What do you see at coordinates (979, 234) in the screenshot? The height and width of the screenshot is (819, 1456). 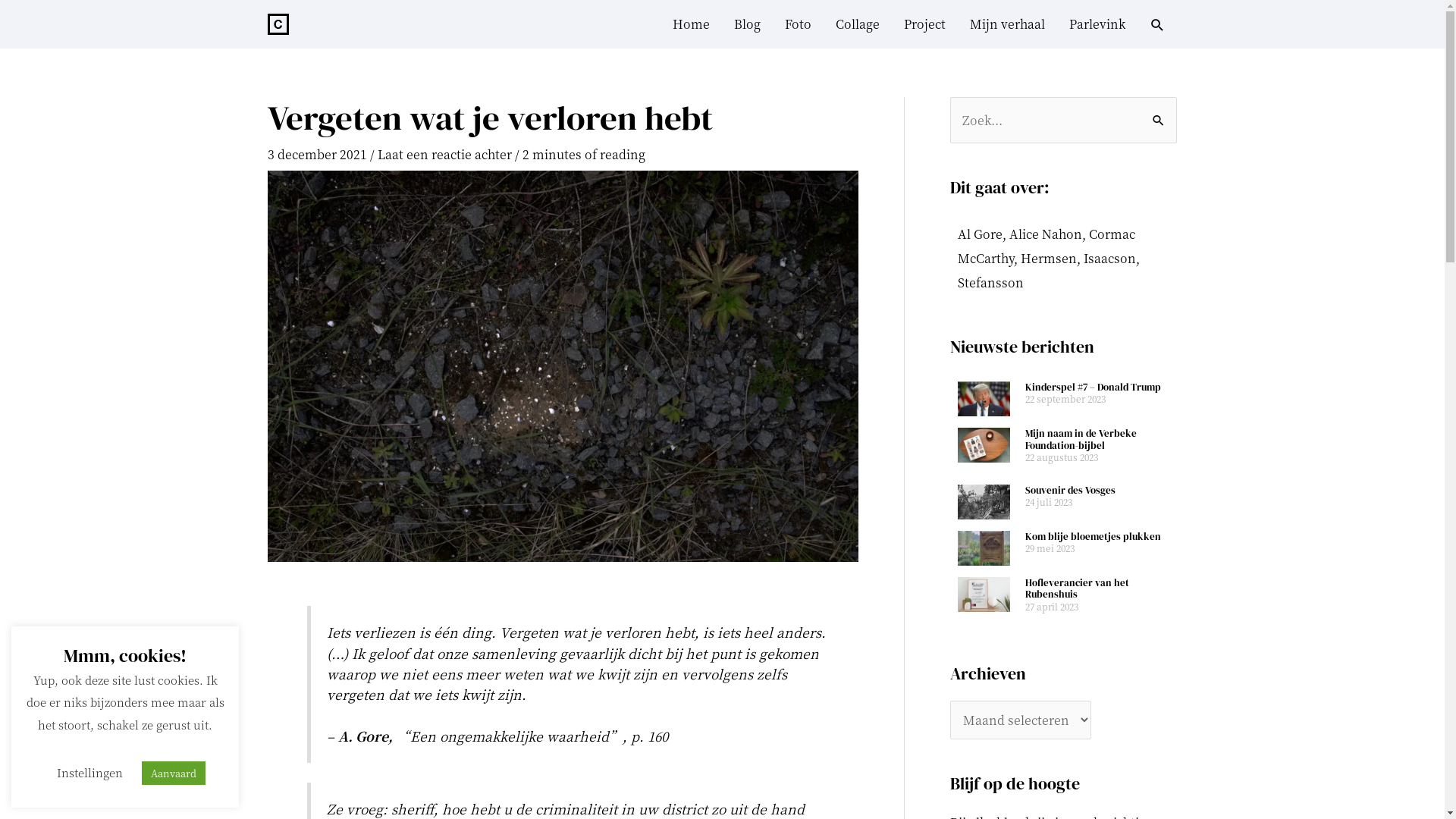 I see `'Al Gore'` at bounding box center [979, 234].